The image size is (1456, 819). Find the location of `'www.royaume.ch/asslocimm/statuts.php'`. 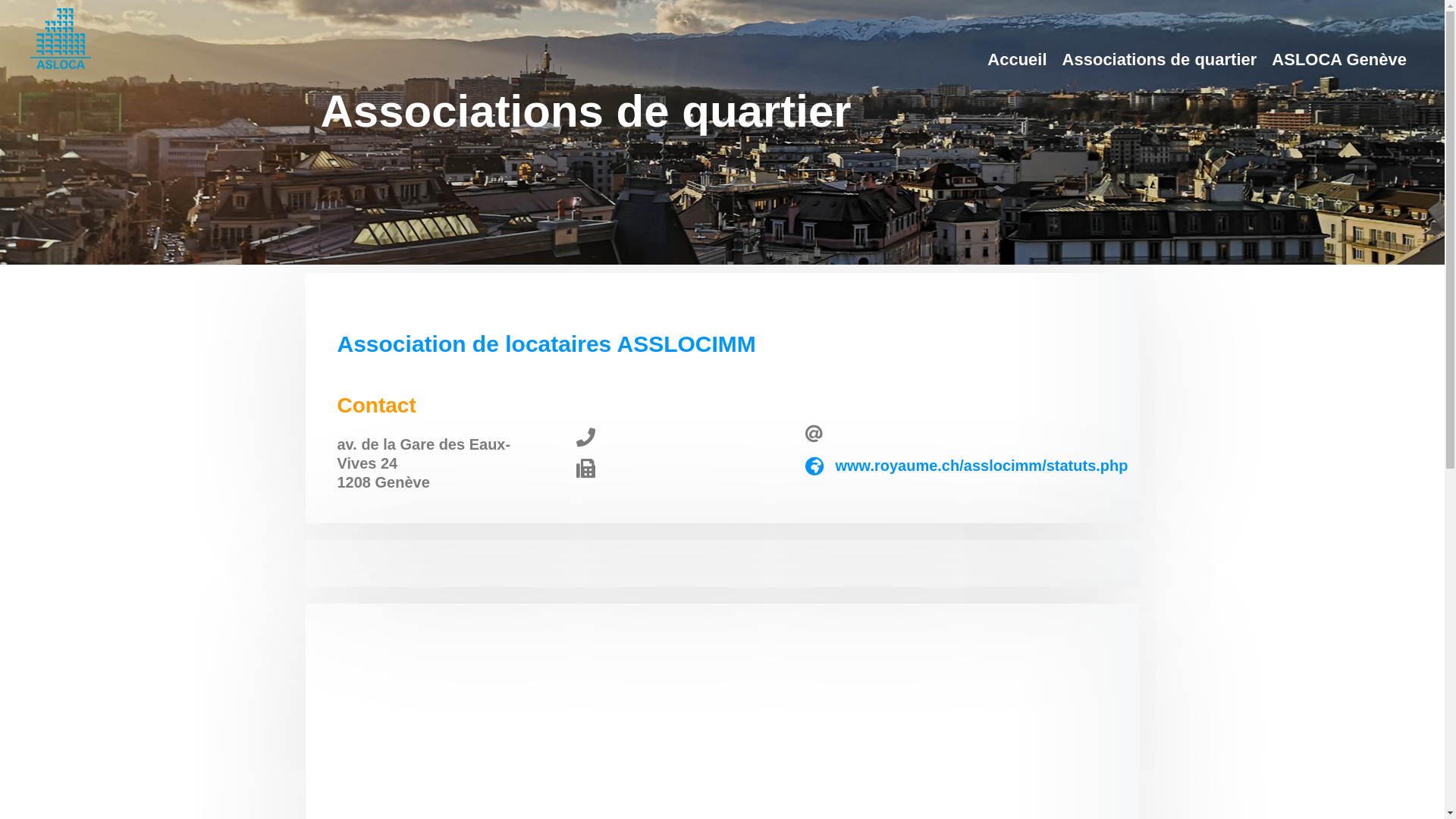

'www.royaume.ch/asslocimm/statuts.php' is located at coordinates (981, 464).